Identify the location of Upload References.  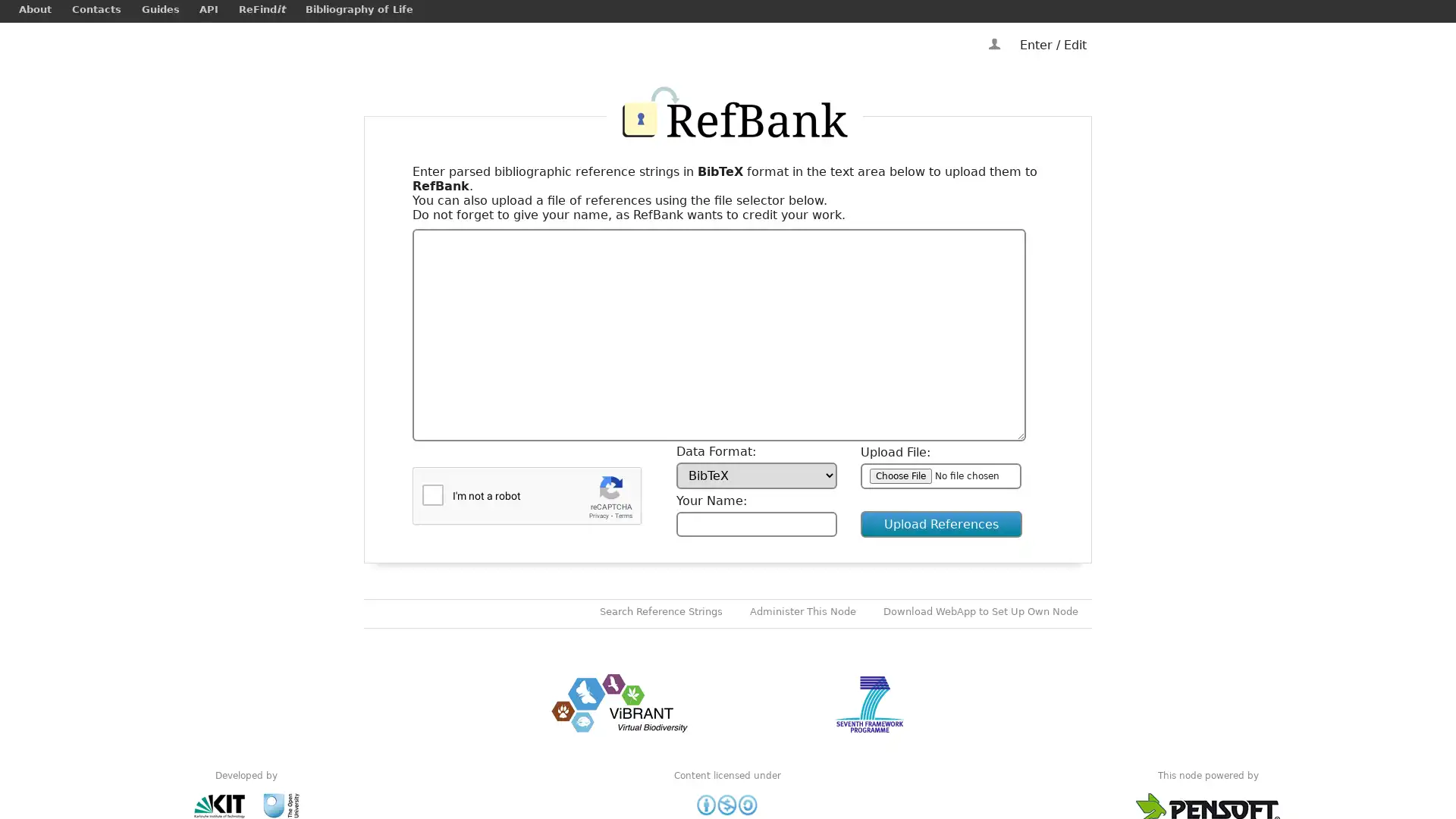
(940, 523).